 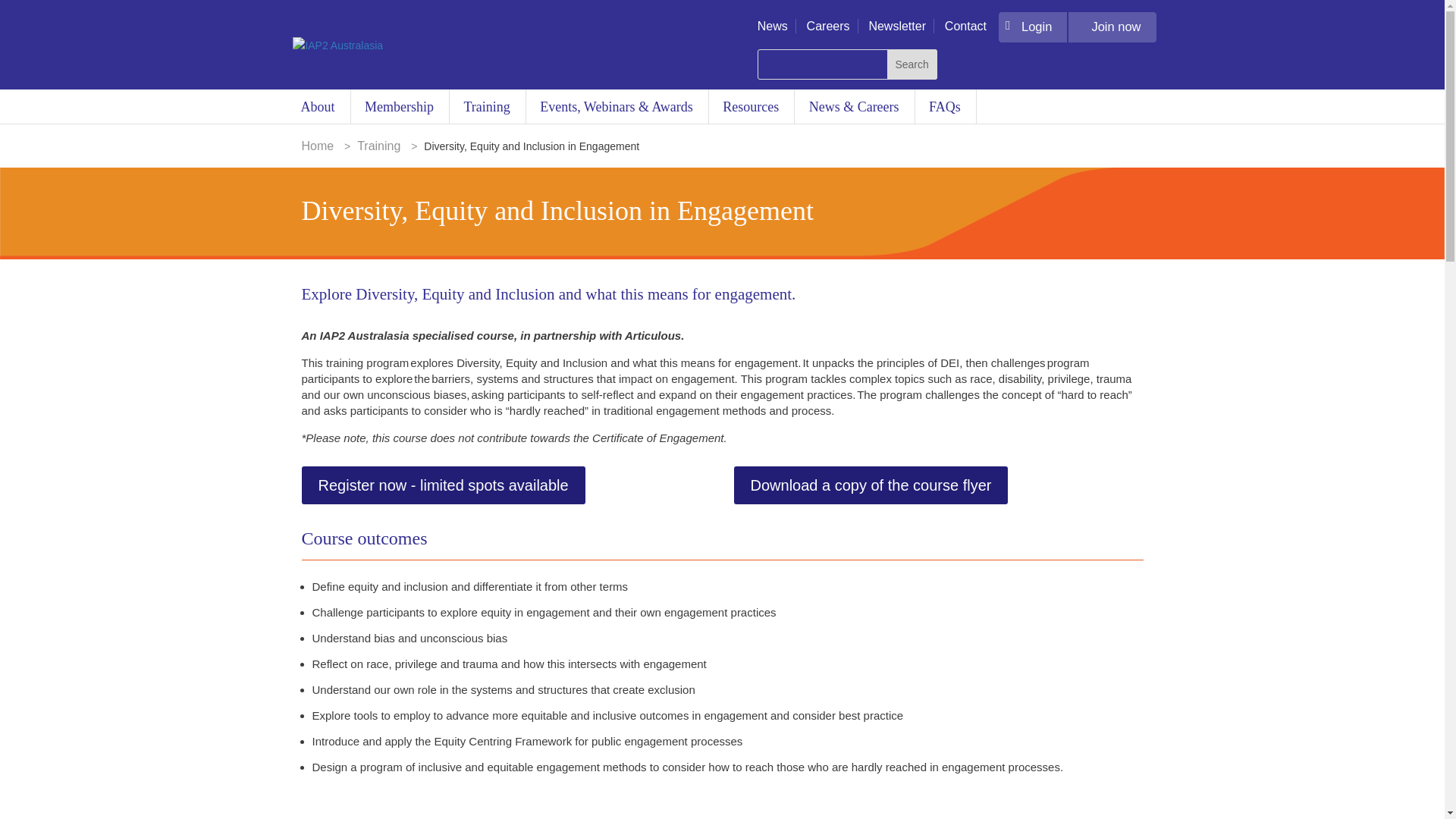 I want to click on 'FAQs', so click(x=945, y=105).